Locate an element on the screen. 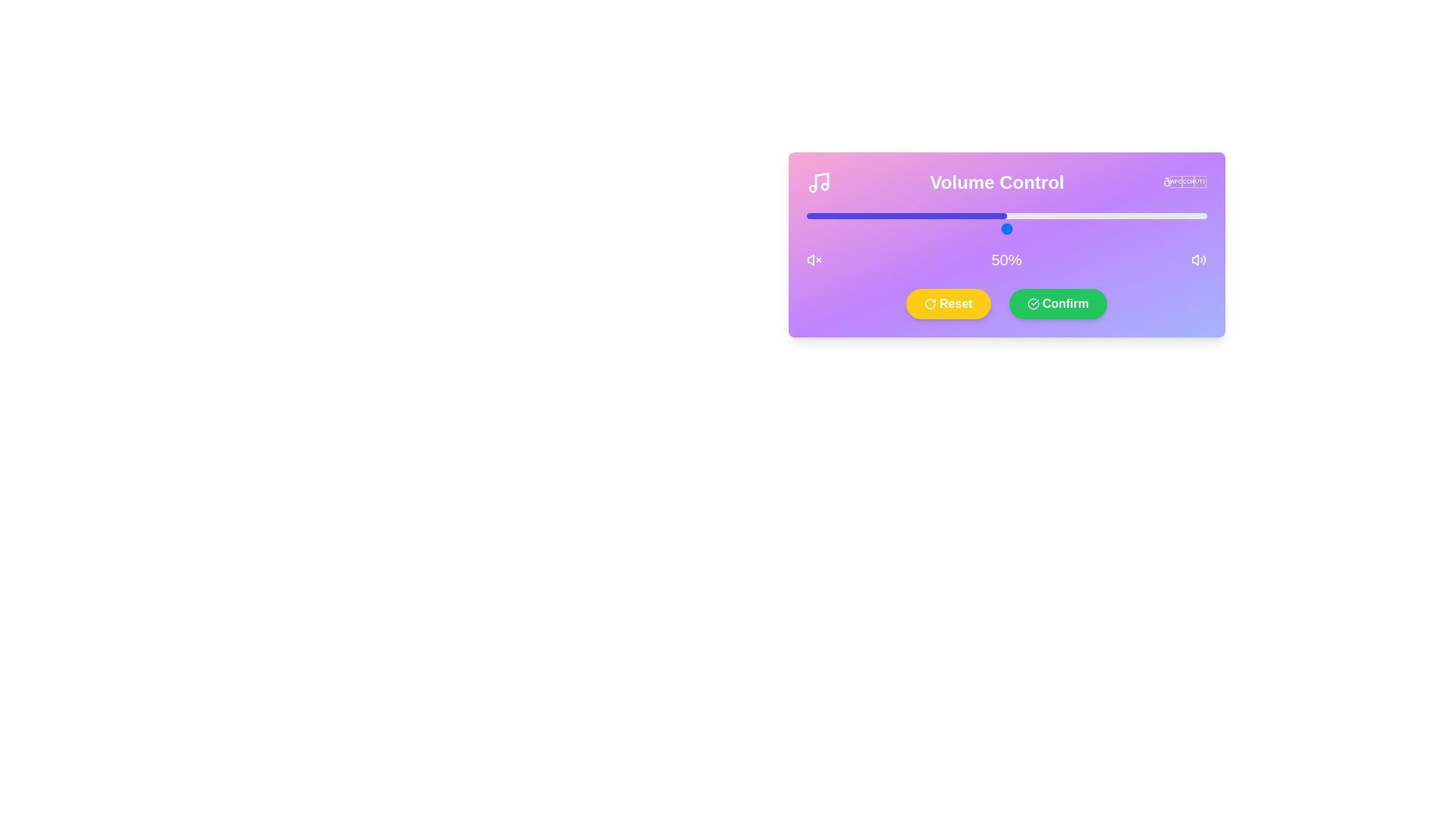 Image resolution: width=1456 pixels, height=819 pixels. the green 'Confirm' button with a checkmark icon, located in the bottom center of the card interface is located at coordinates (1057, 304).